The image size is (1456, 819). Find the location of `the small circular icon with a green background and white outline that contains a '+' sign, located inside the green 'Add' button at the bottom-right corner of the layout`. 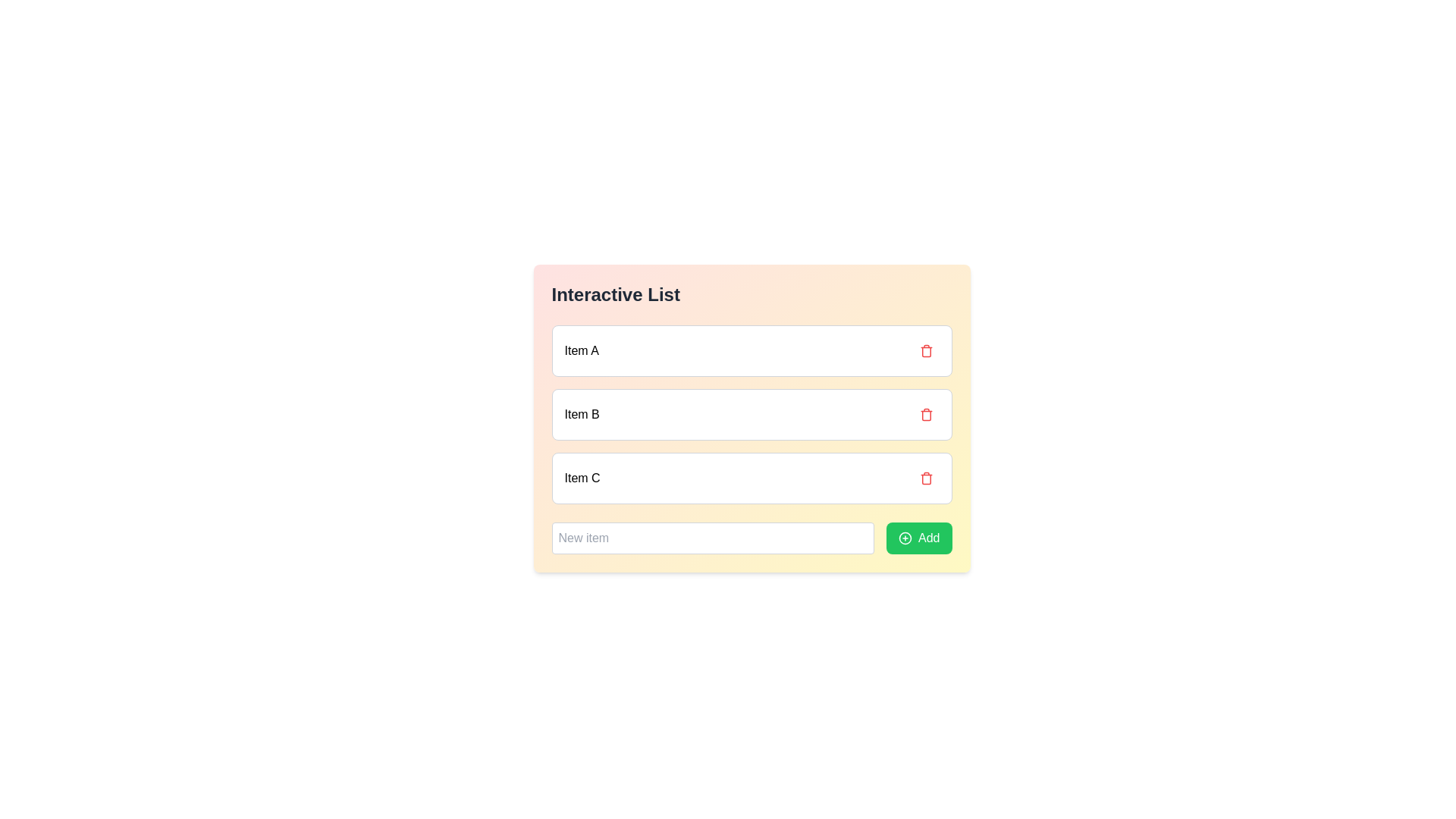

the small circular icon with a green background and white outline that contains a '+' sign, located inside the green 'Add' button at the bottom-right corner of the layout is located at coordinates (905, 537).